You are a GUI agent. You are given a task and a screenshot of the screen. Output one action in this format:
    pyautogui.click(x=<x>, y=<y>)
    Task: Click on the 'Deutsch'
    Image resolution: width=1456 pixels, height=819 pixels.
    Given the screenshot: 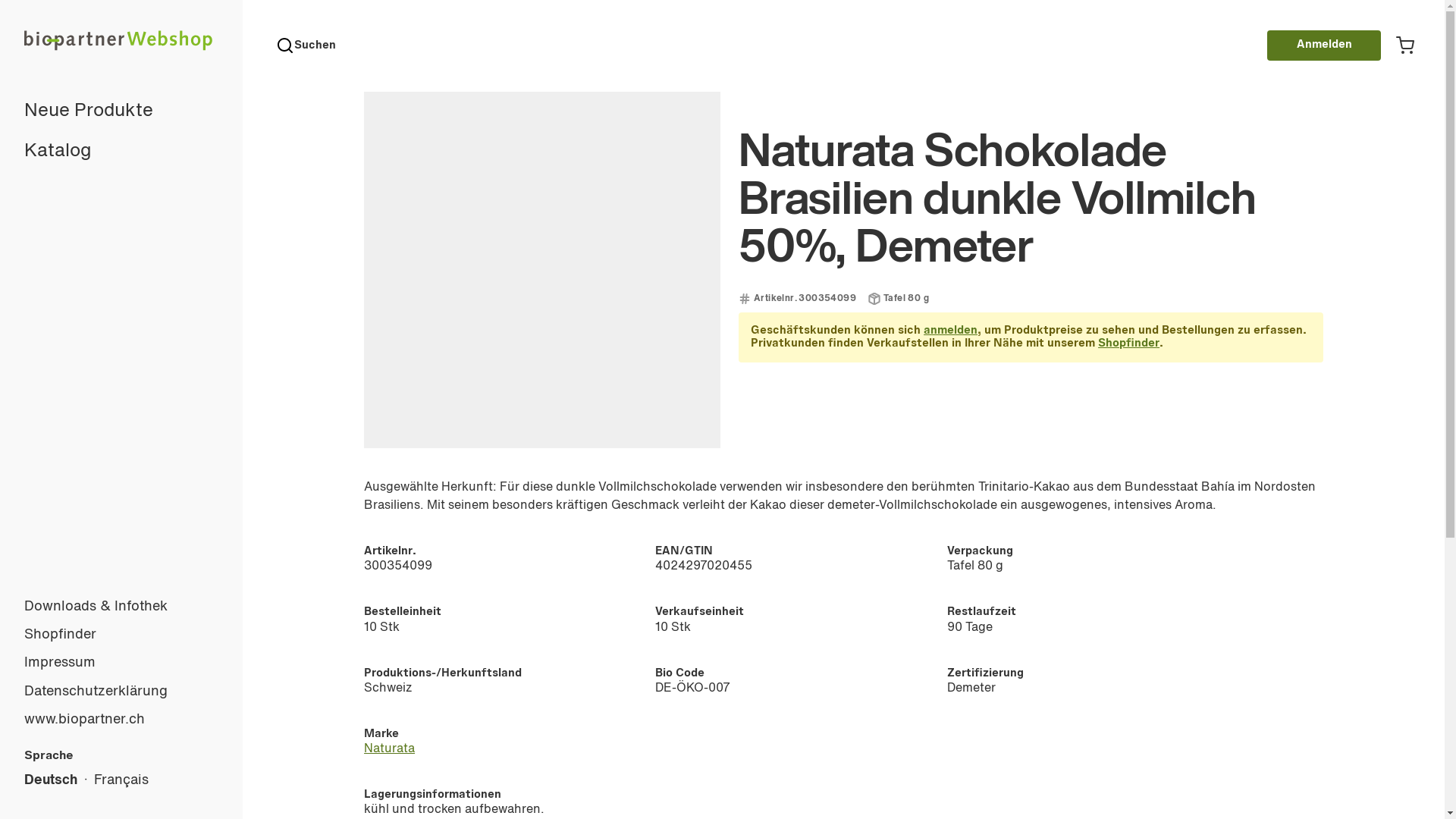 What is the action you would take?
    pyautogui.click(x=51, y=780)
    